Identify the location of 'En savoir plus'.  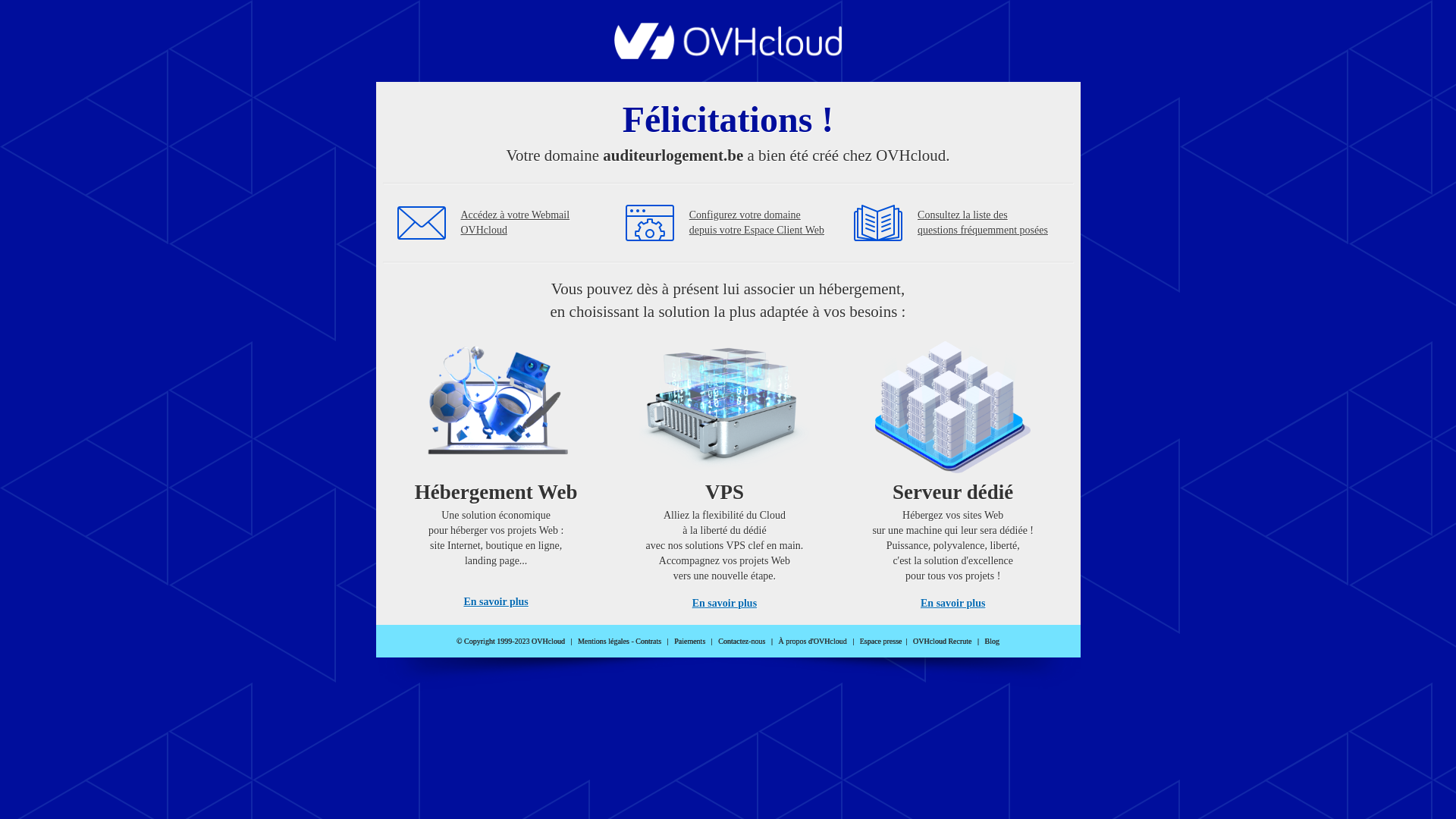
(952, 602).